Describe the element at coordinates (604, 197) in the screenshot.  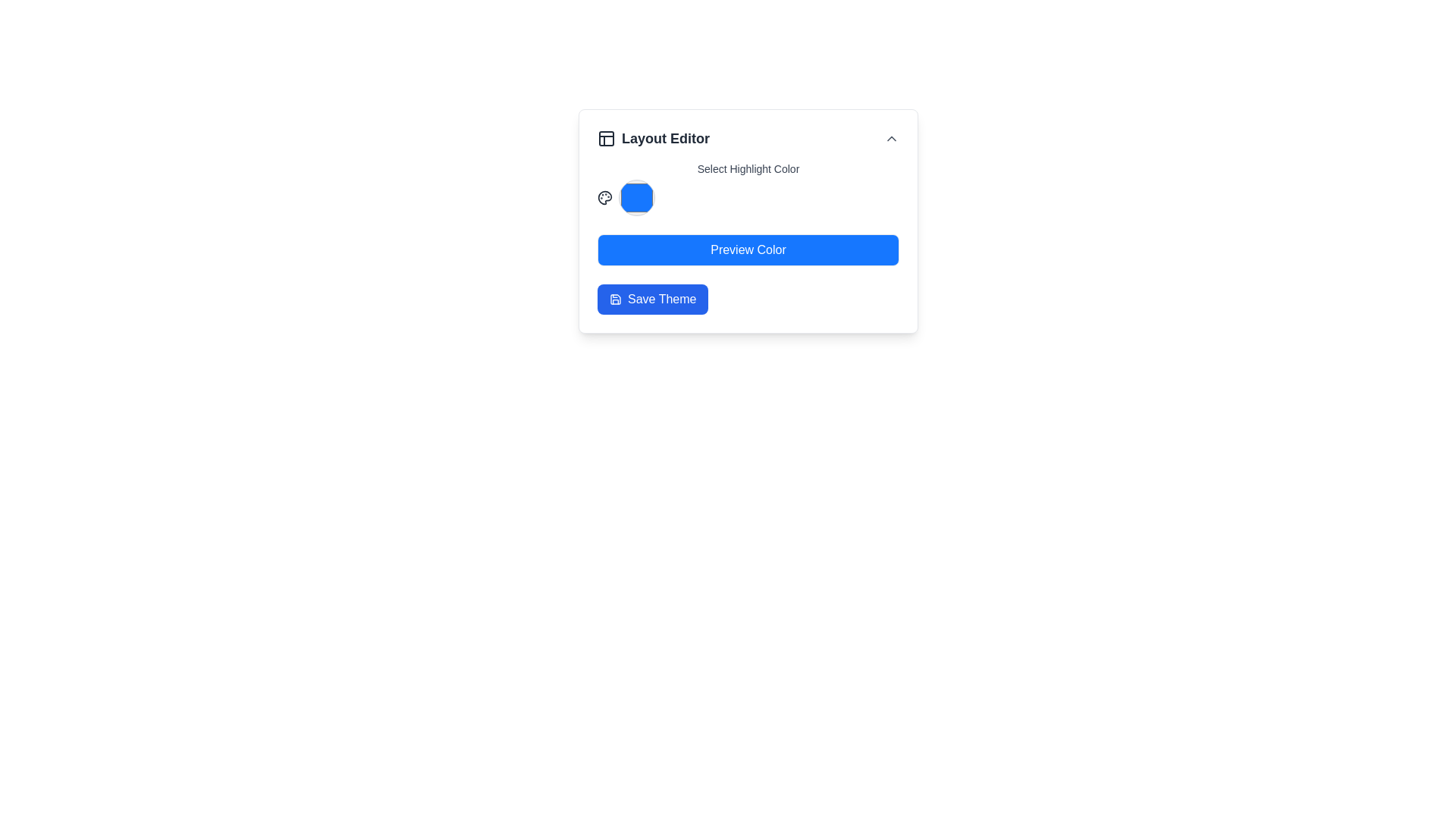
I see `the artist's palette icon located in the 'Layout Editor' panel, positioned before the color selection circle and to the left of the 'Preview Color' button` at that location.